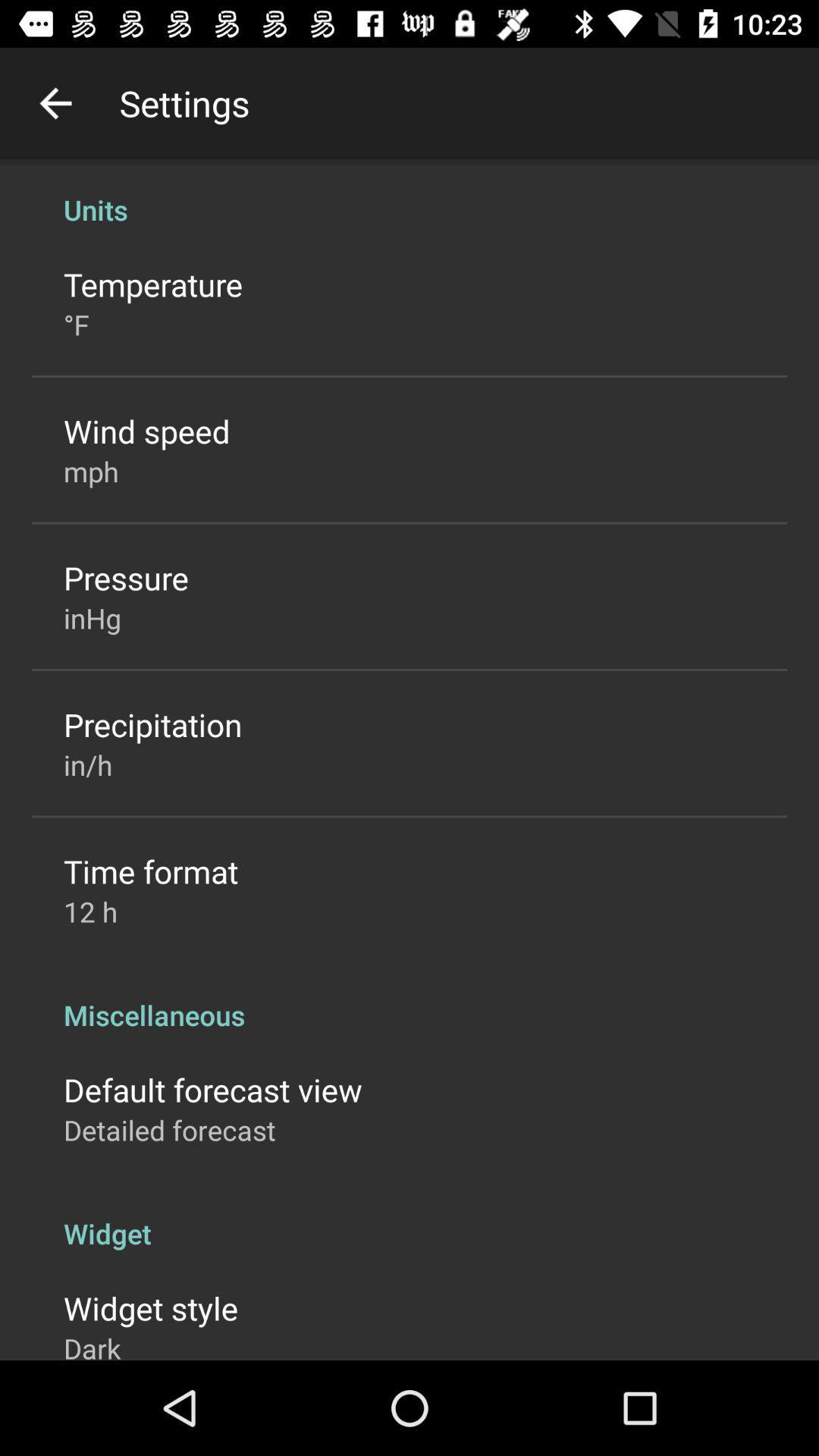 The image size is (819, 1456). What do you see at coordinates (55, 102) in the screenshot?
I see `previous` at bounding box center [55, 102].